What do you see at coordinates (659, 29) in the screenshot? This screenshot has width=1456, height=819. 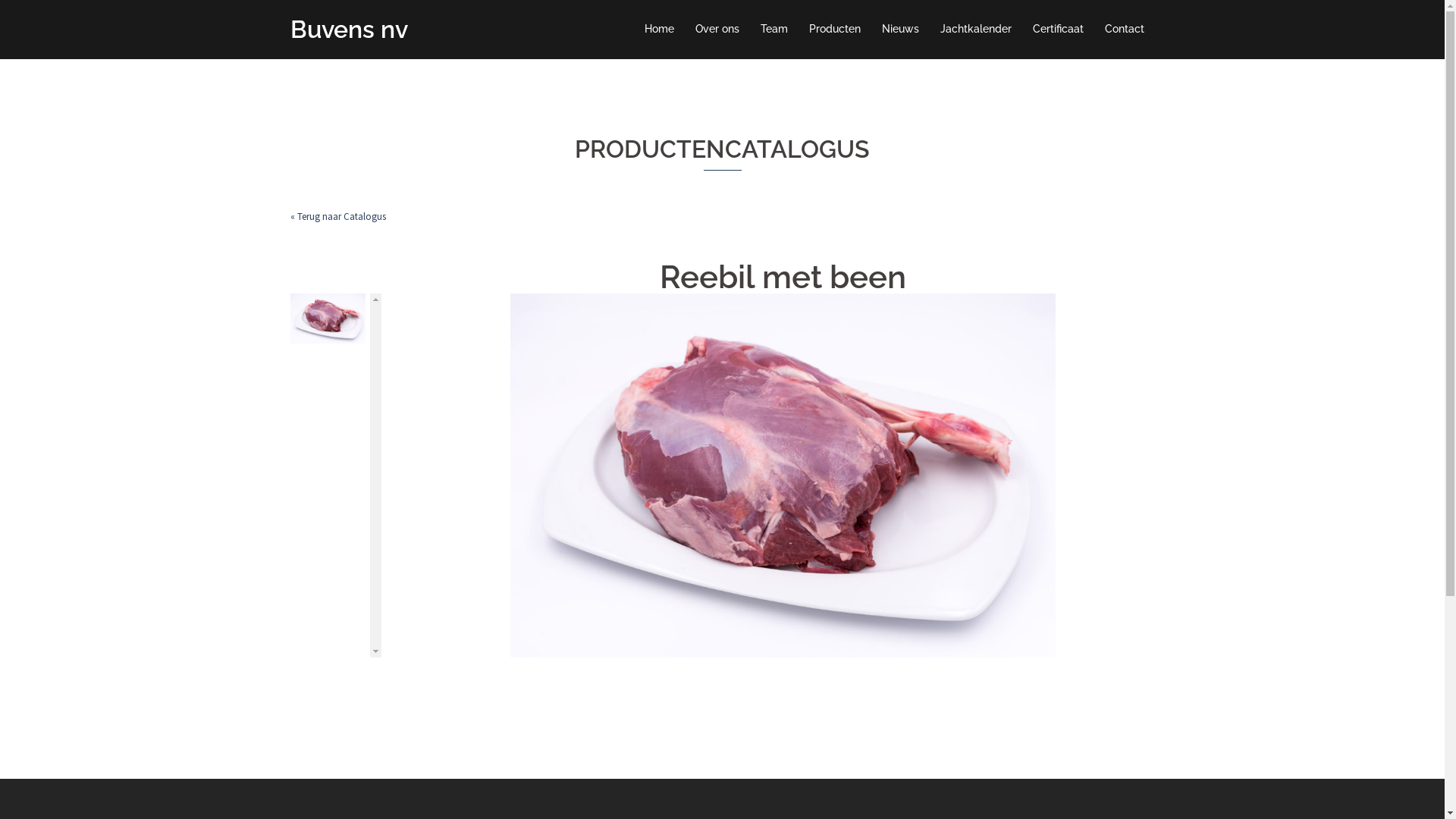 I see `'Home'` at bounding box center [659, 29].